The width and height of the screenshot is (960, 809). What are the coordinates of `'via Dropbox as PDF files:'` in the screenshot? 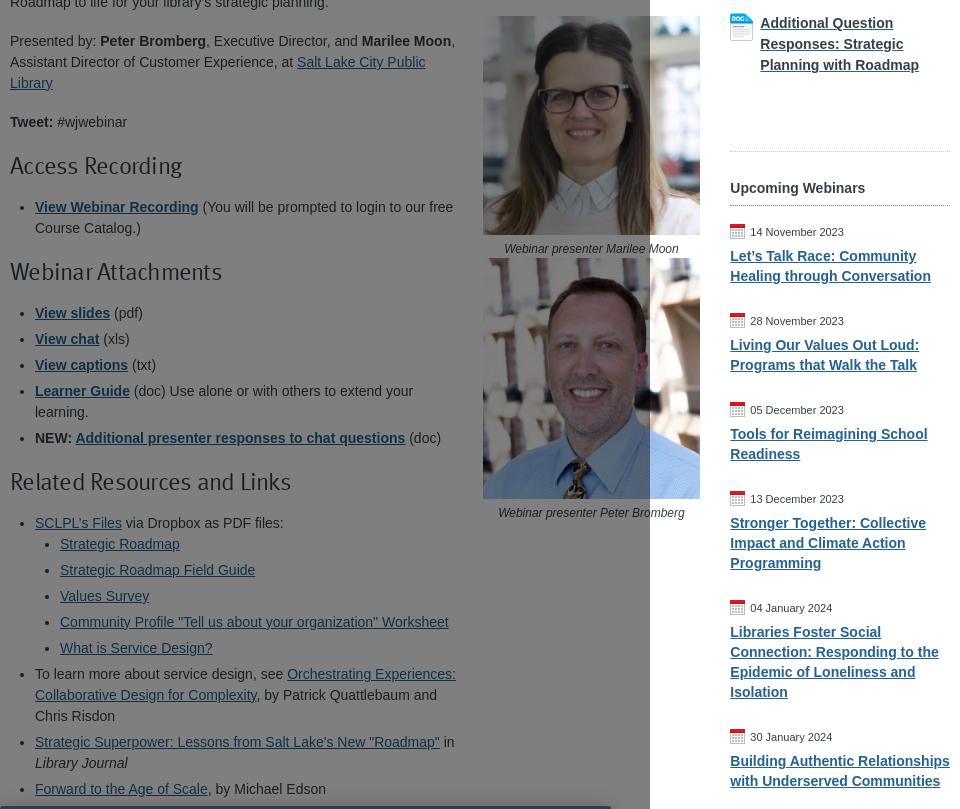 It's located at (201, 522).